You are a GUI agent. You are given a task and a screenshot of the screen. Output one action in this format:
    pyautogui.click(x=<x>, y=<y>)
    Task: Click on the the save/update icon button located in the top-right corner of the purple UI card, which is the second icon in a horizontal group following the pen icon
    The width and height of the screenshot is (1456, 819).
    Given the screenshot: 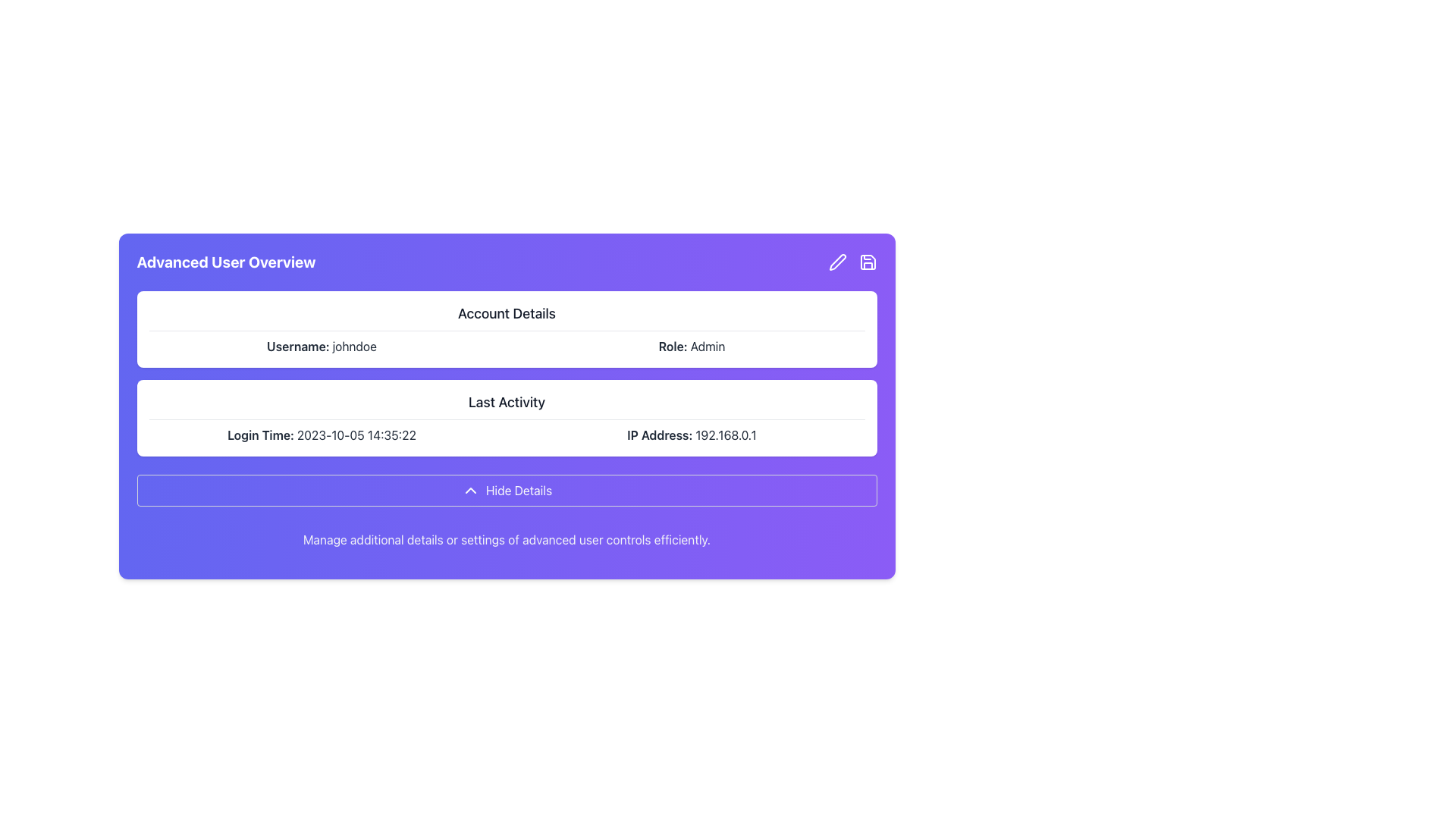 What is the action you would take?
    pyautogui.click(x=868, y=262)
    